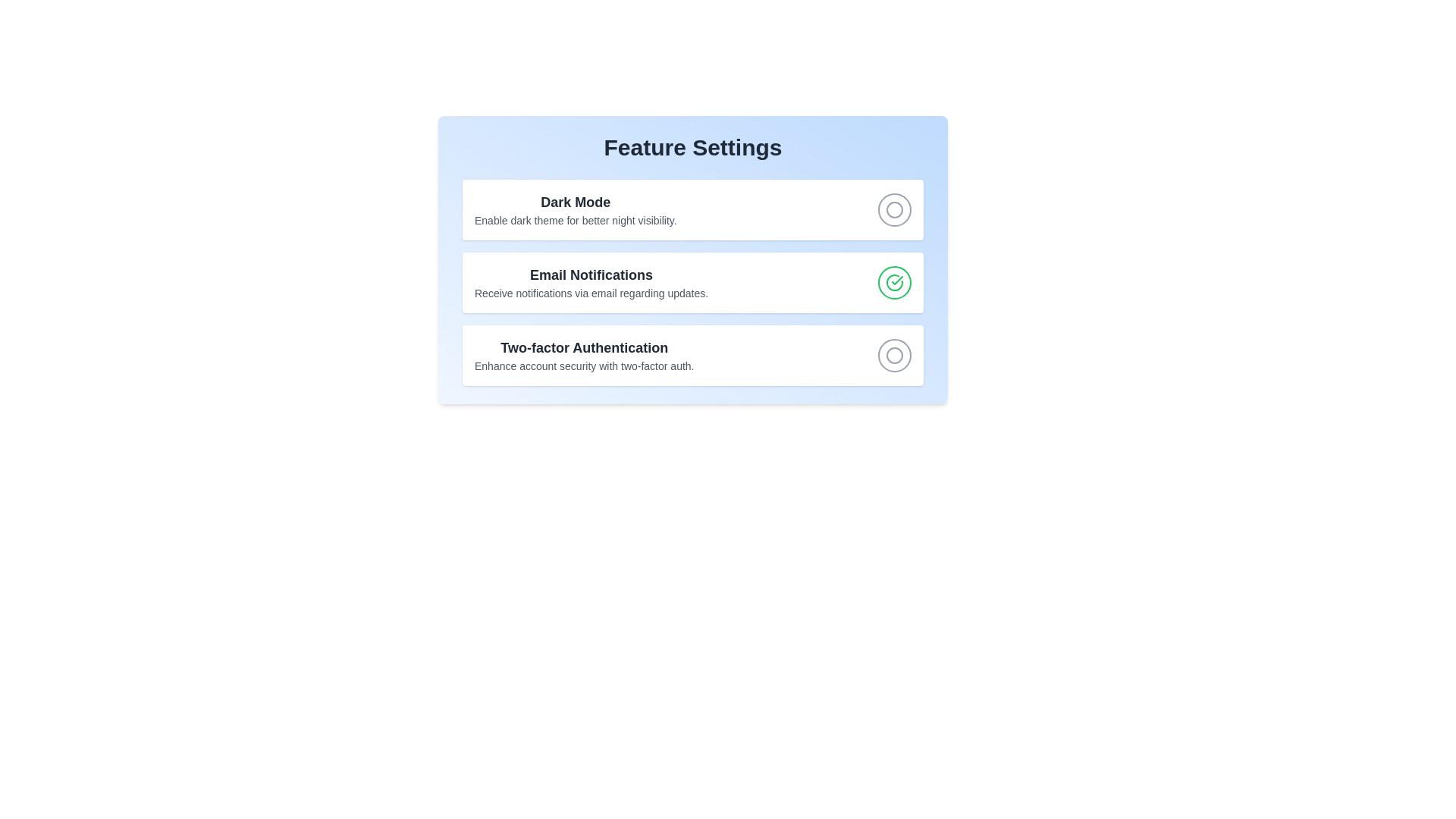  I want to click on the circular graphical SVG element that serves as a status or toggle indicator for a feature setting, located near the top-right of the 'Dark Mode' list item, so click(895, 356).